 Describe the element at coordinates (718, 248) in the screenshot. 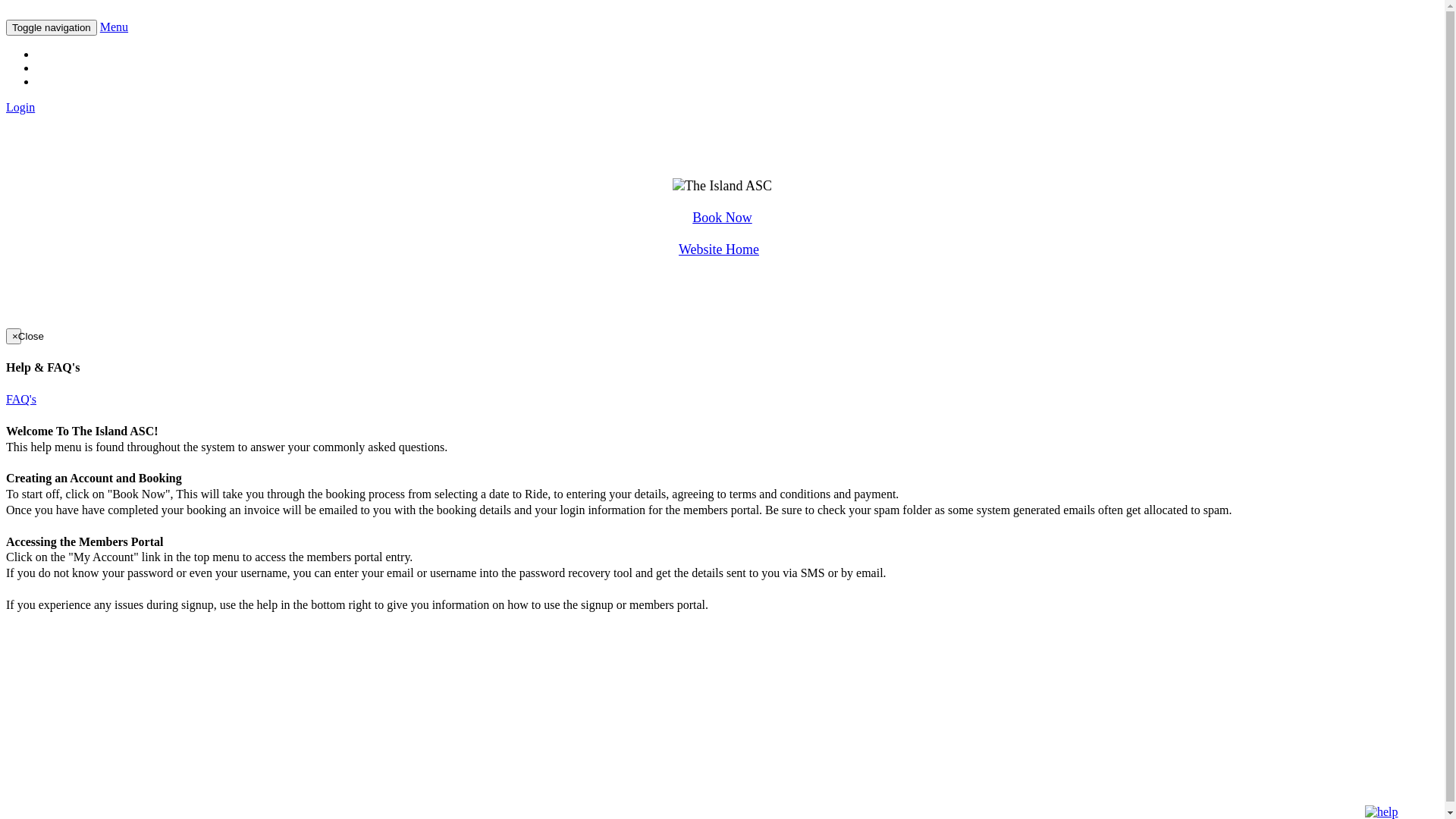

I see `'Website Home'` at that location.